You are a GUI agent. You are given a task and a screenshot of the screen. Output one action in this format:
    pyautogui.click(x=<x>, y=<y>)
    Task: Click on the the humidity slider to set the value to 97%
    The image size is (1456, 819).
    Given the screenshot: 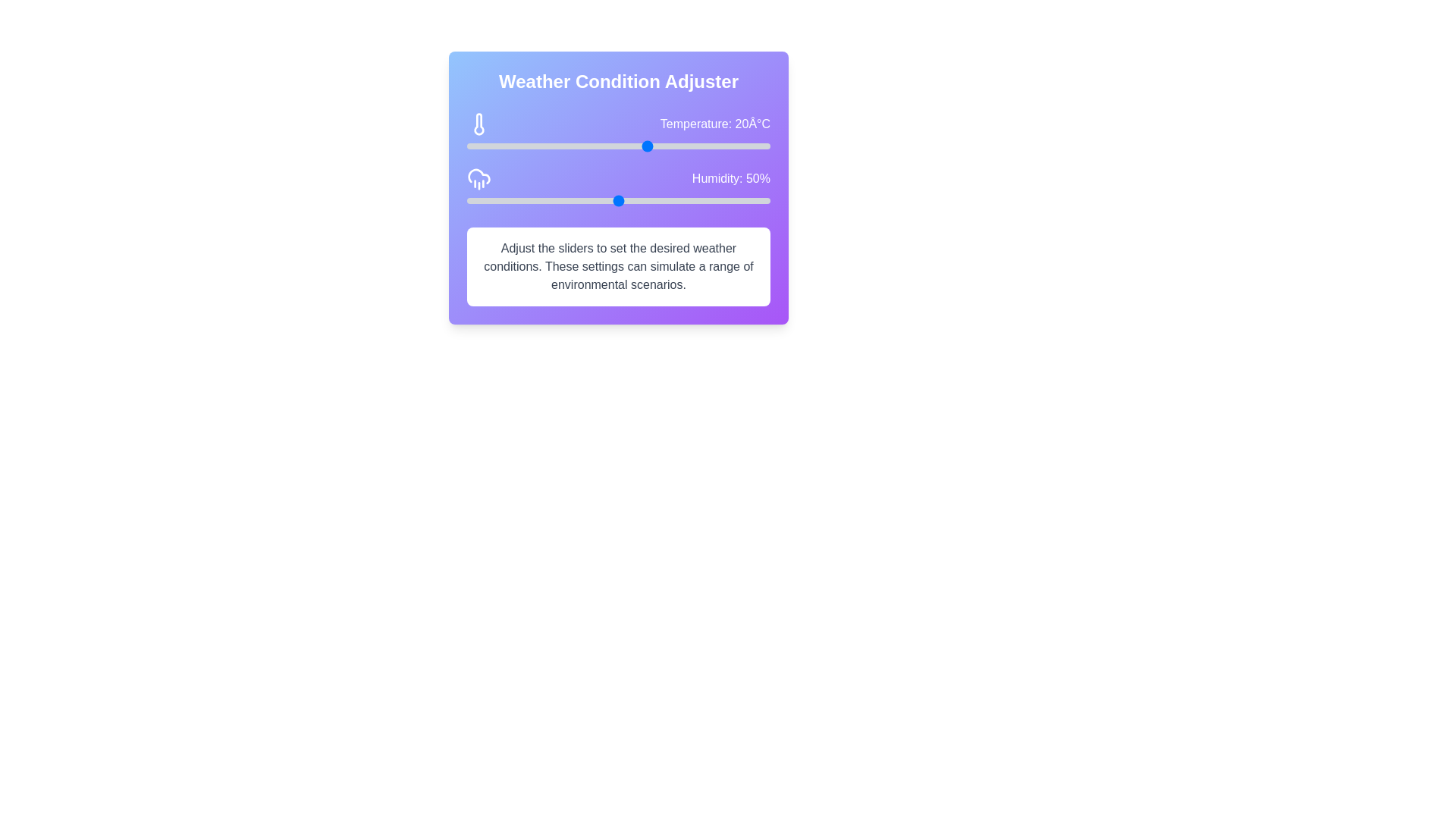 What is the action you would take?
    pyautogui.click(x=761, y=200)
    